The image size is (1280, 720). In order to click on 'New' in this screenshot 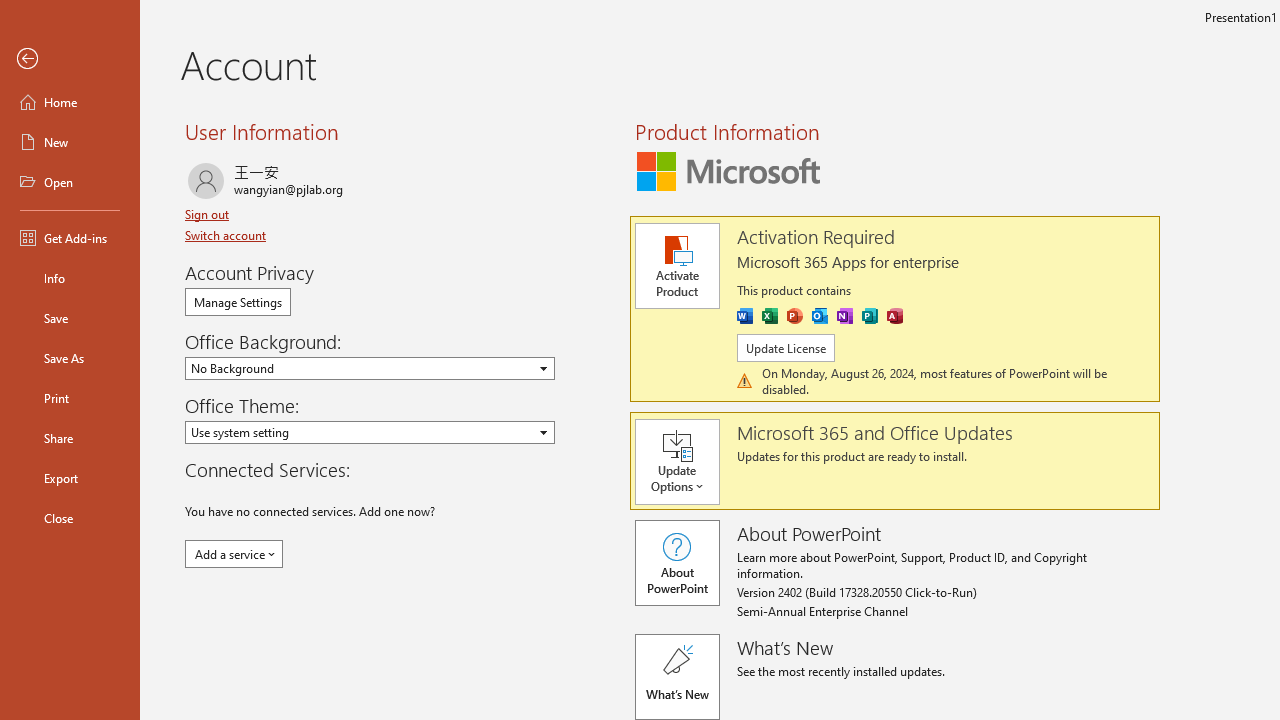, I will do `click(69, 140)`.